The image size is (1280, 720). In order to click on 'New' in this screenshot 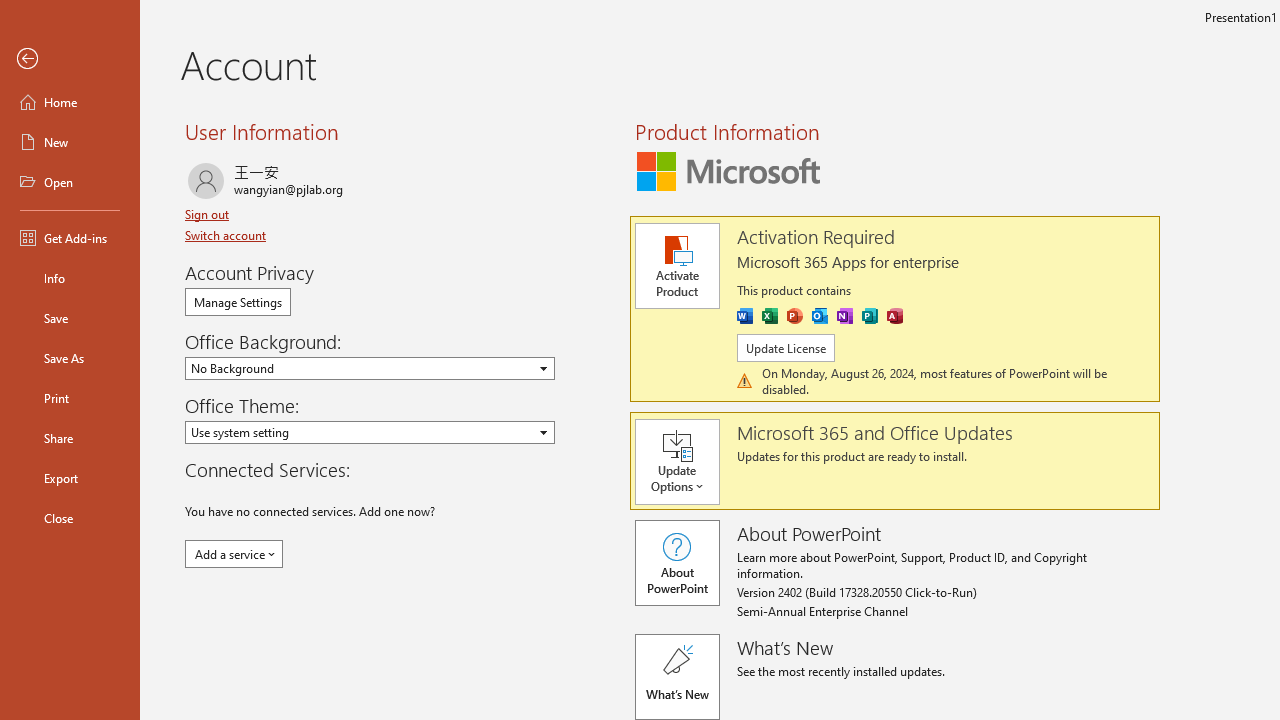, I will do `click(69, 140)`.